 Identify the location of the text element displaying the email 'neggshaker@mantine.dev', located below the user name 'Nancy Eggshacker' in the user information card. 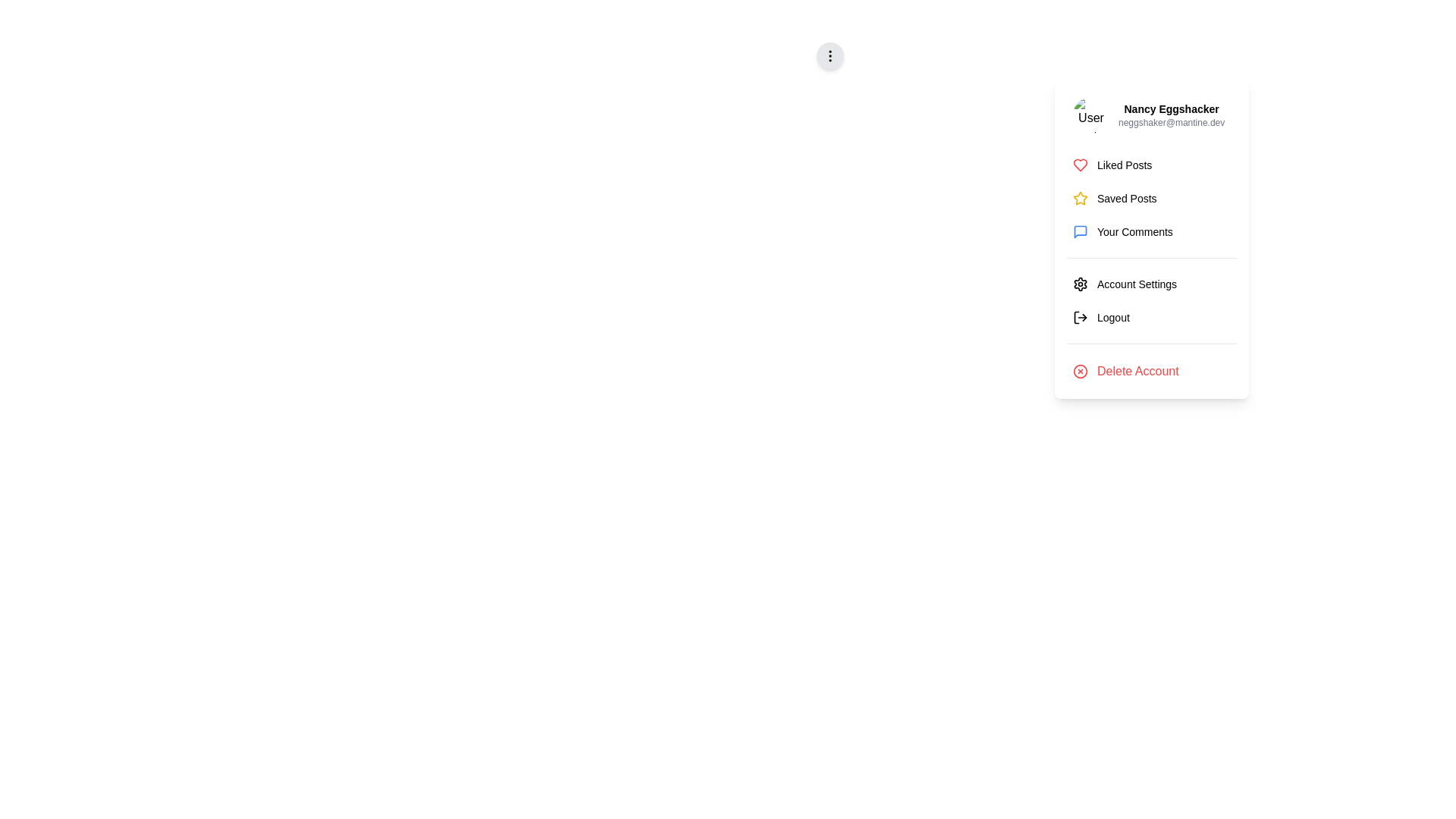
(1171, 122).